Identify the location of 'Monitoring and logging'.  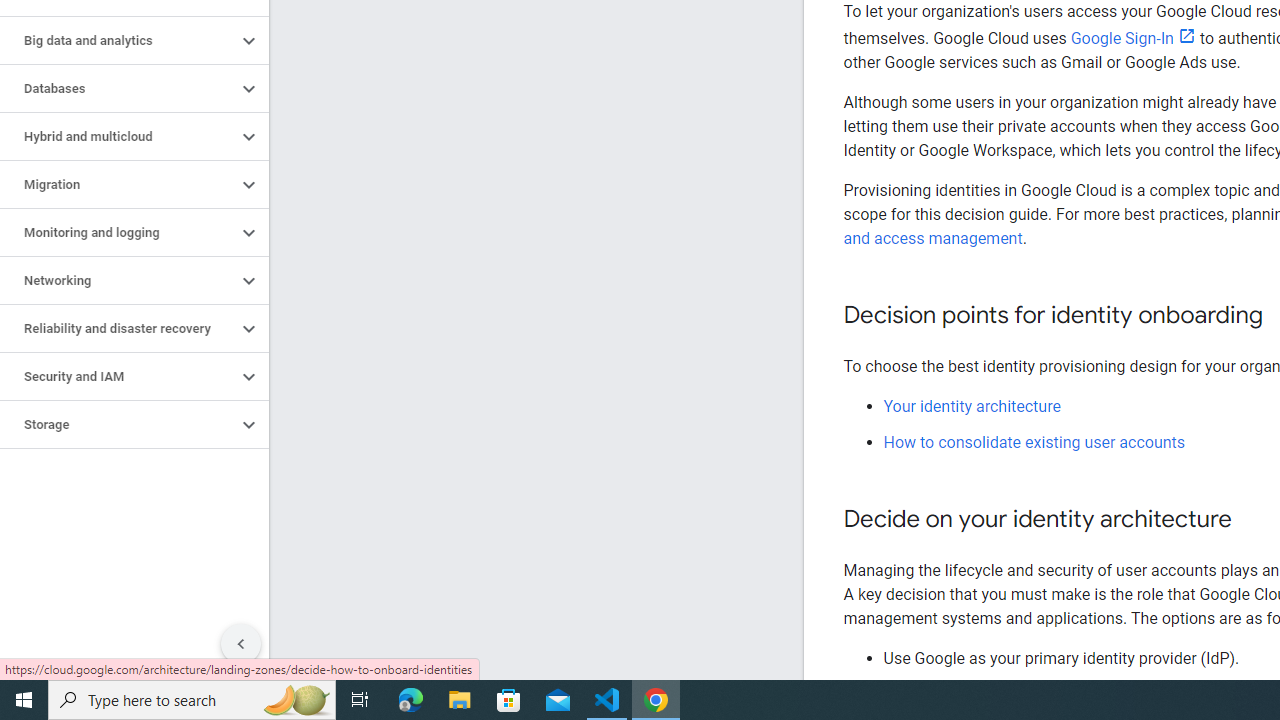
(117, 231).